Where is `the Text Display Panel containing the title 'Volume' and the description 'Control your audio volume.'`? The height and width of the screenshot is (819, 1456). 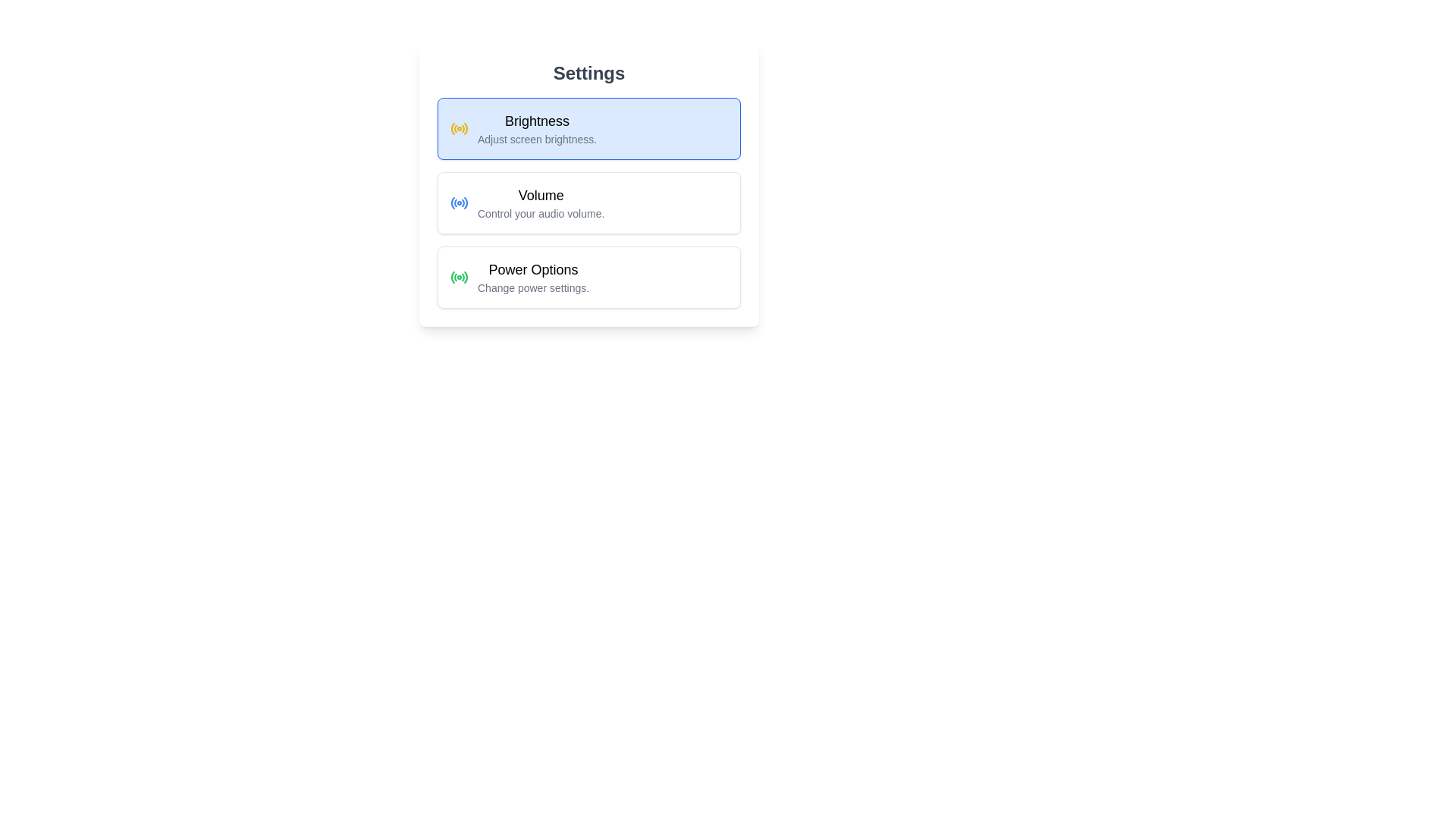
the Text Display Panel containing the title 'Volume' and the description 'Control your audio volume.' is located at coordinates (541, 202).